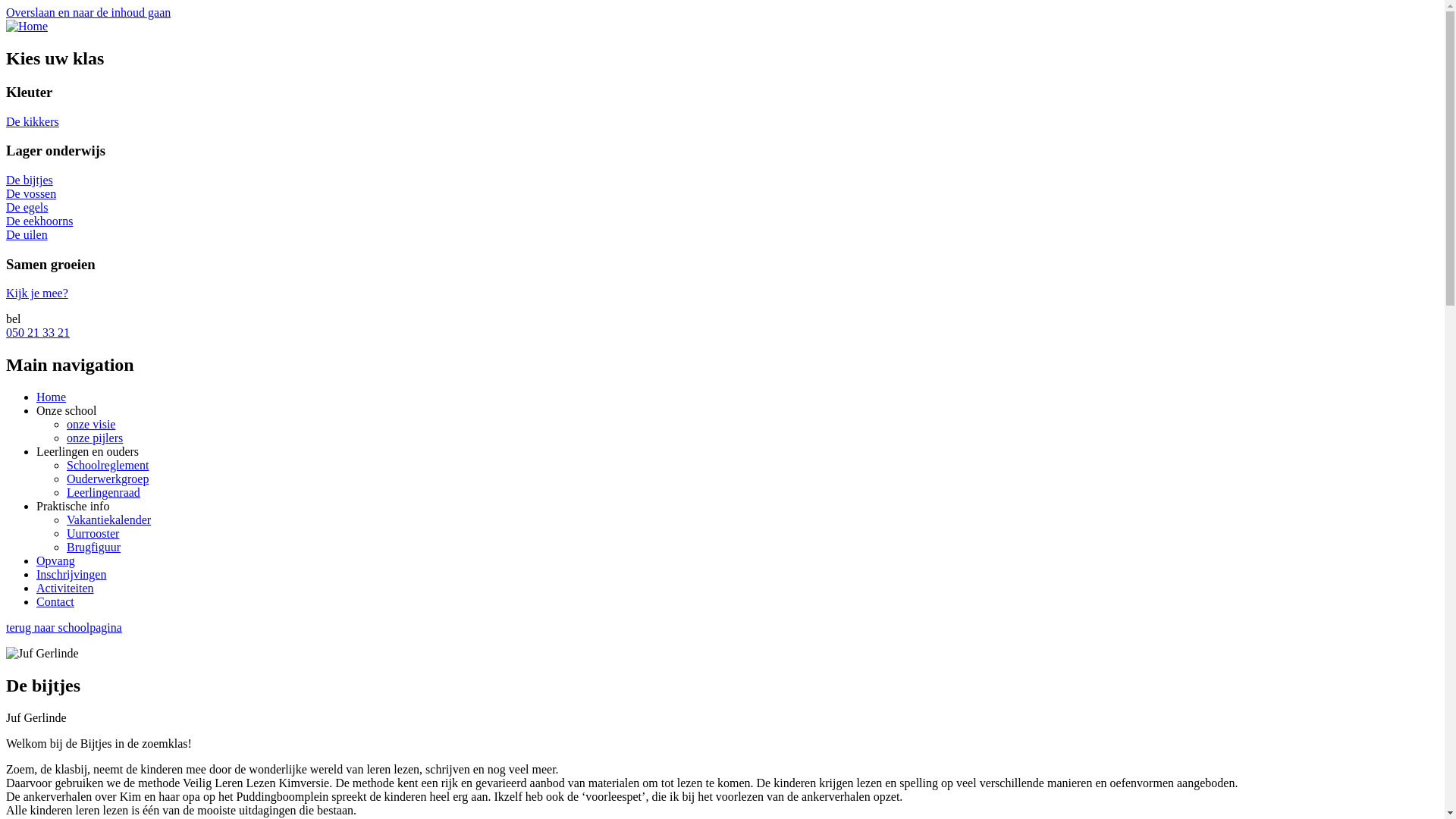  What do you see at coordinates (102, 492) in the screenshot?
I see `'Leerlingenraad'` at bounding box center [102, 492].